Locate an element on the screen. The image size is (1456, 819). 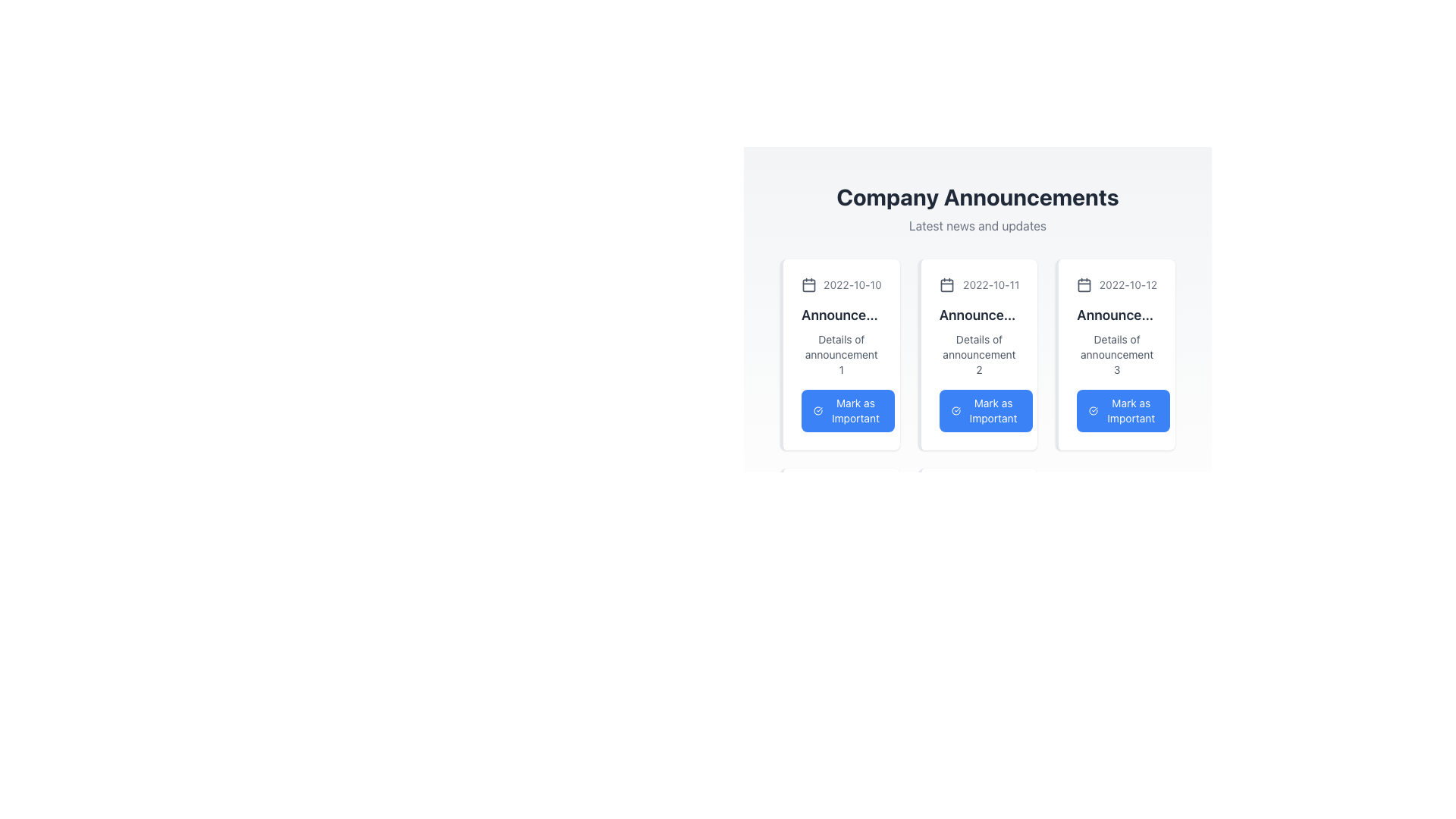
the Static Text element located below the 'Company Announcements' header, which serves as a subtitle providing additional context, distinguished by its smaller font size and lighter color is located at coordinates (977, 225).